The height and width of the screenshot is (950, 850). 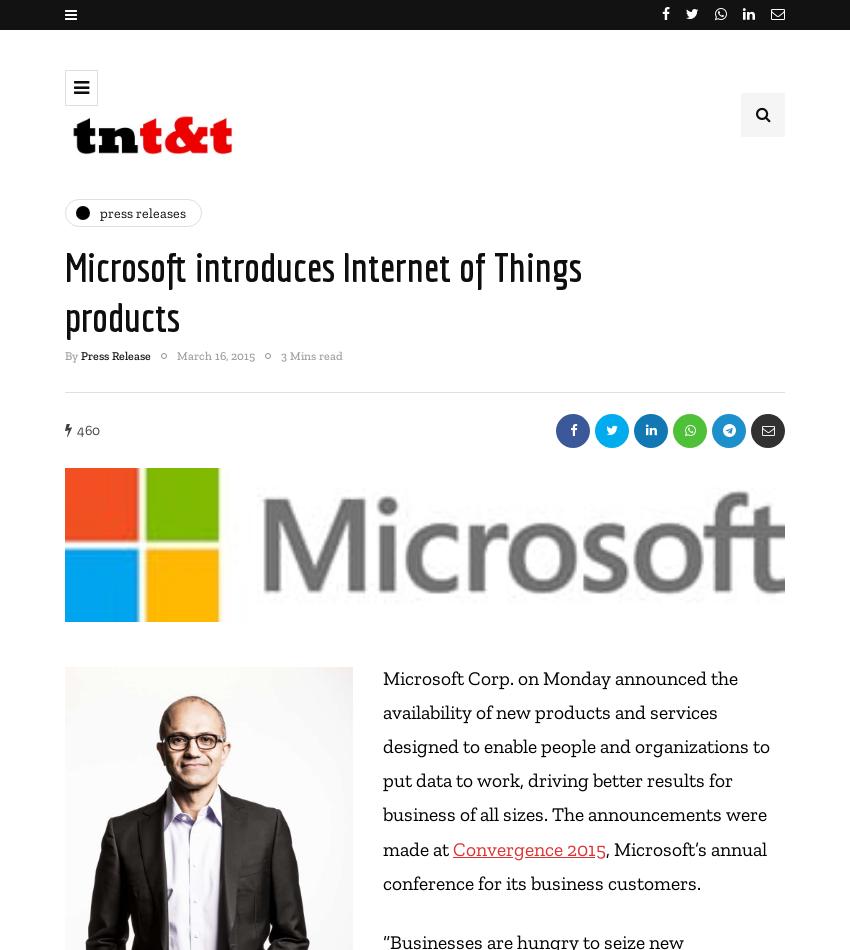 What do you see at coordinates (142, 212) in the screenshot?
I see `'Press Releases'` at bounding box center [142, 212].